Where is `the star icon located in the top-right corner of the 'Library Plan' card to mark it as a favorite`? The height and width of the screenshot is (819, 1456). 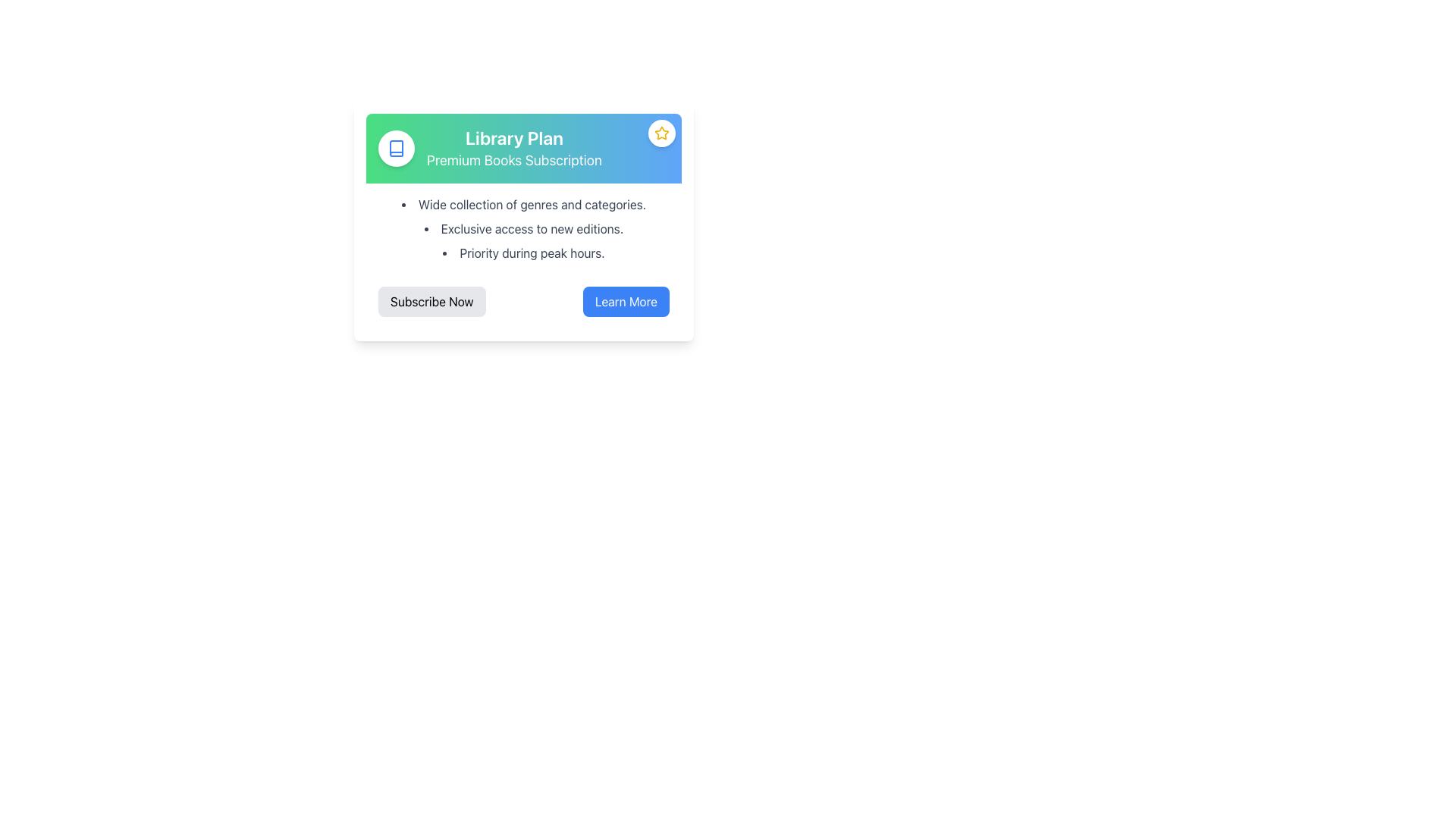
the star icon located in the top-right corner of the 'Library Plan' card to mark it as a favorite is located at coordinates (662, 133).